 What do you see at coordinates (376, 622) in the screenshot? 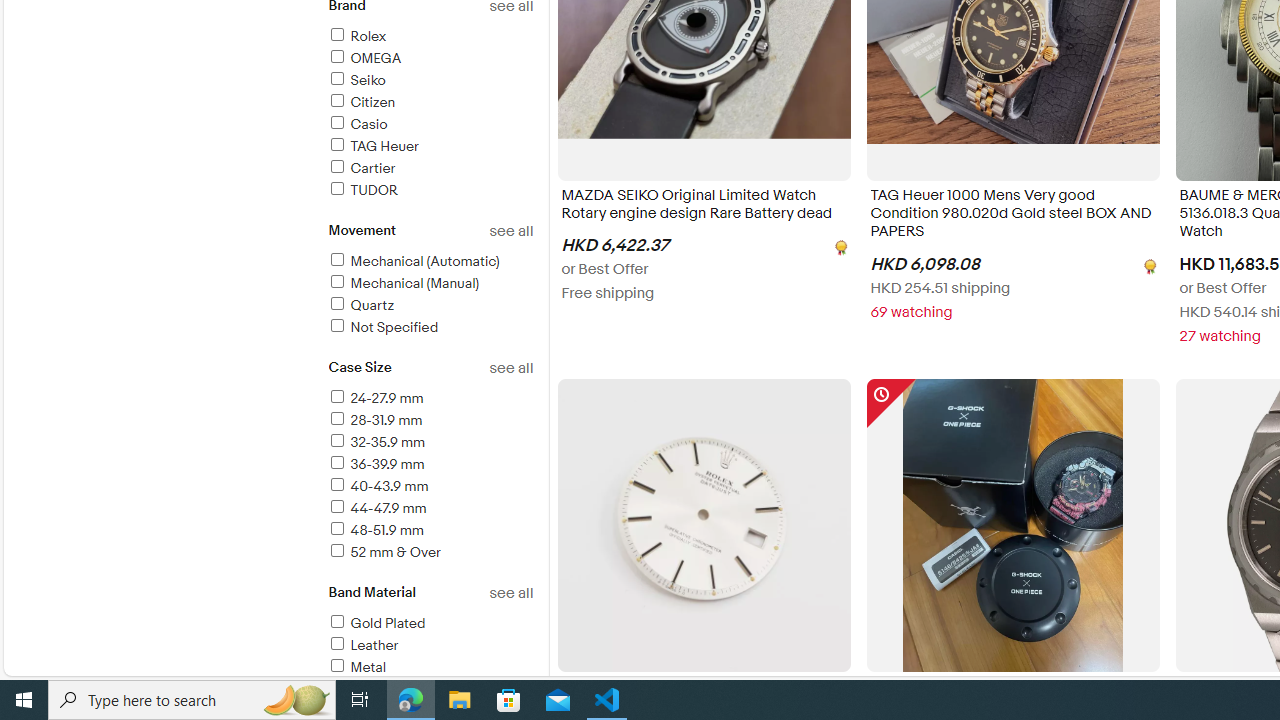
I see `'Gold Plated'` at bounding box center [376, 622].